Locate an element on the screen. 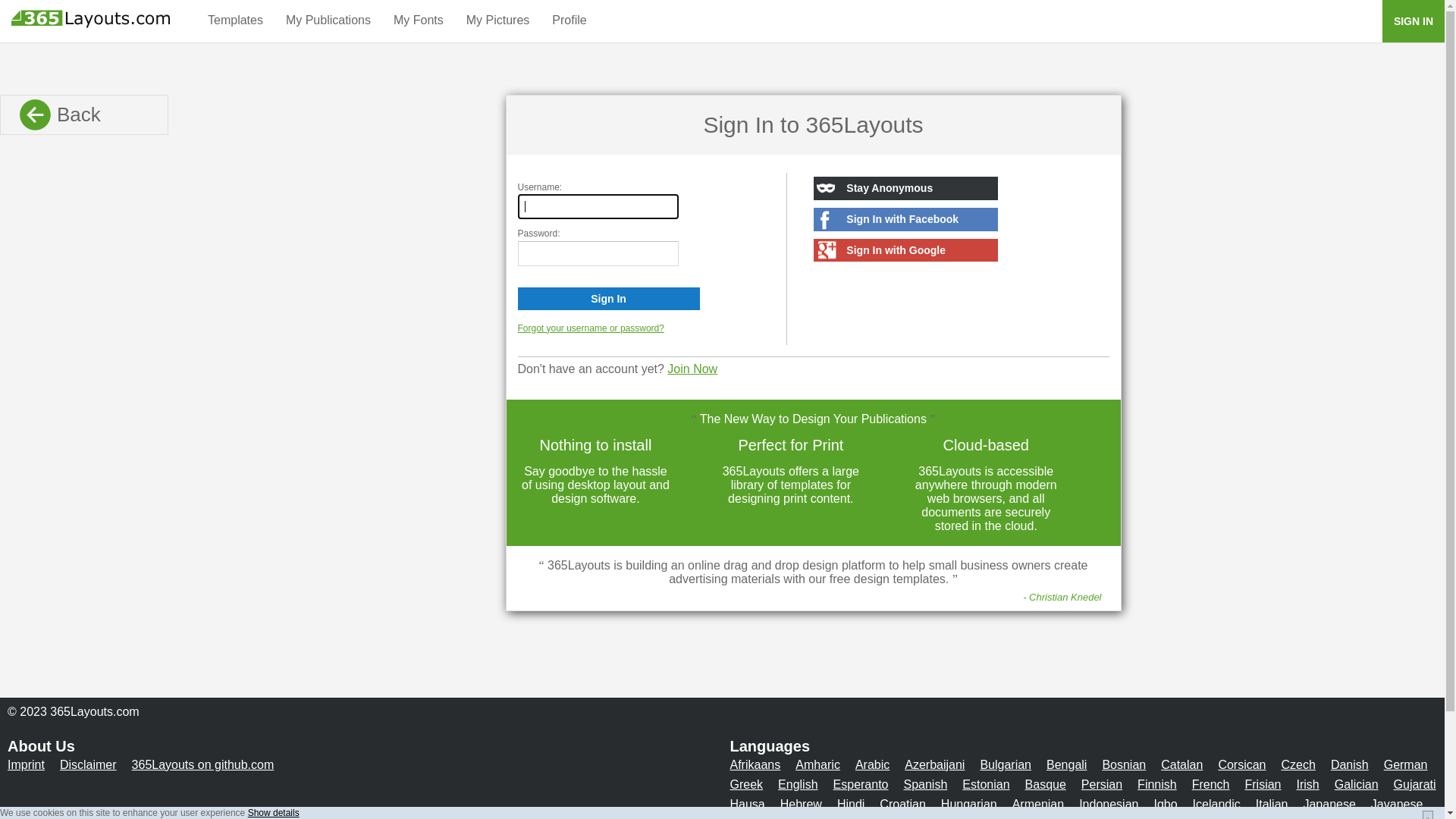 This screenshot has width=1456, height=819. '365Layouts on github.com' is located at coordinates (202, 764).